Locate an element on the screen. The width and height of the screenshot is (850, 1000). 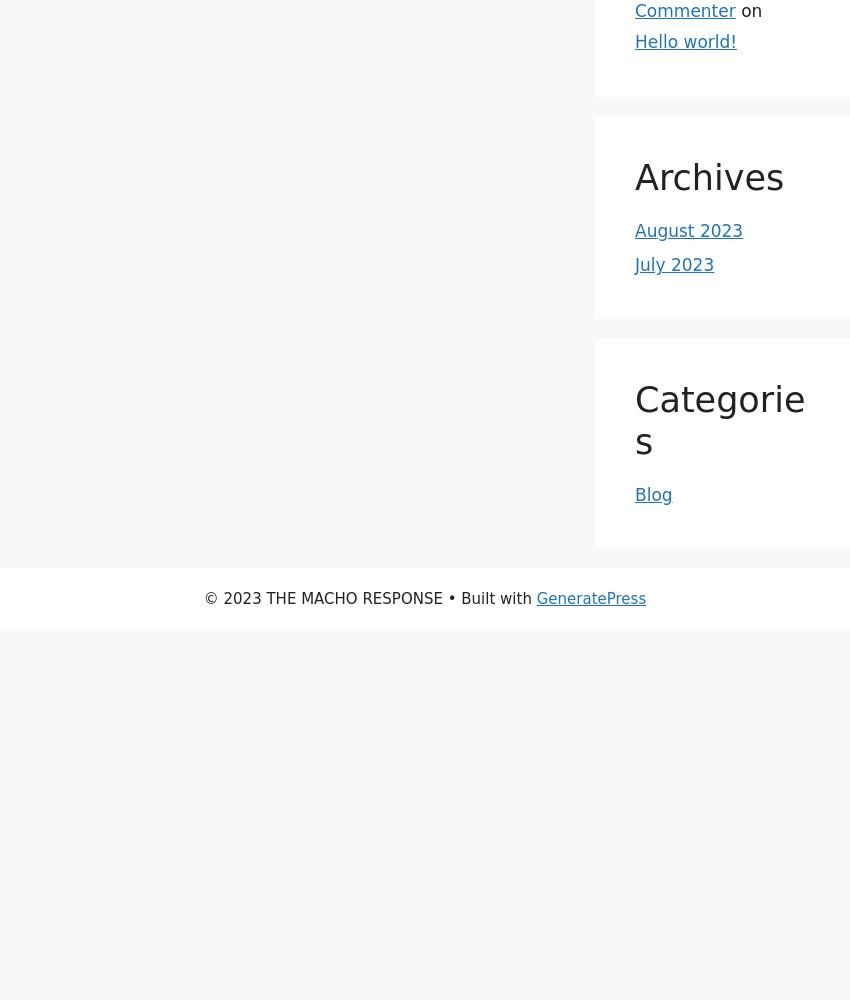
'on' is located at coordinates (748, 11).